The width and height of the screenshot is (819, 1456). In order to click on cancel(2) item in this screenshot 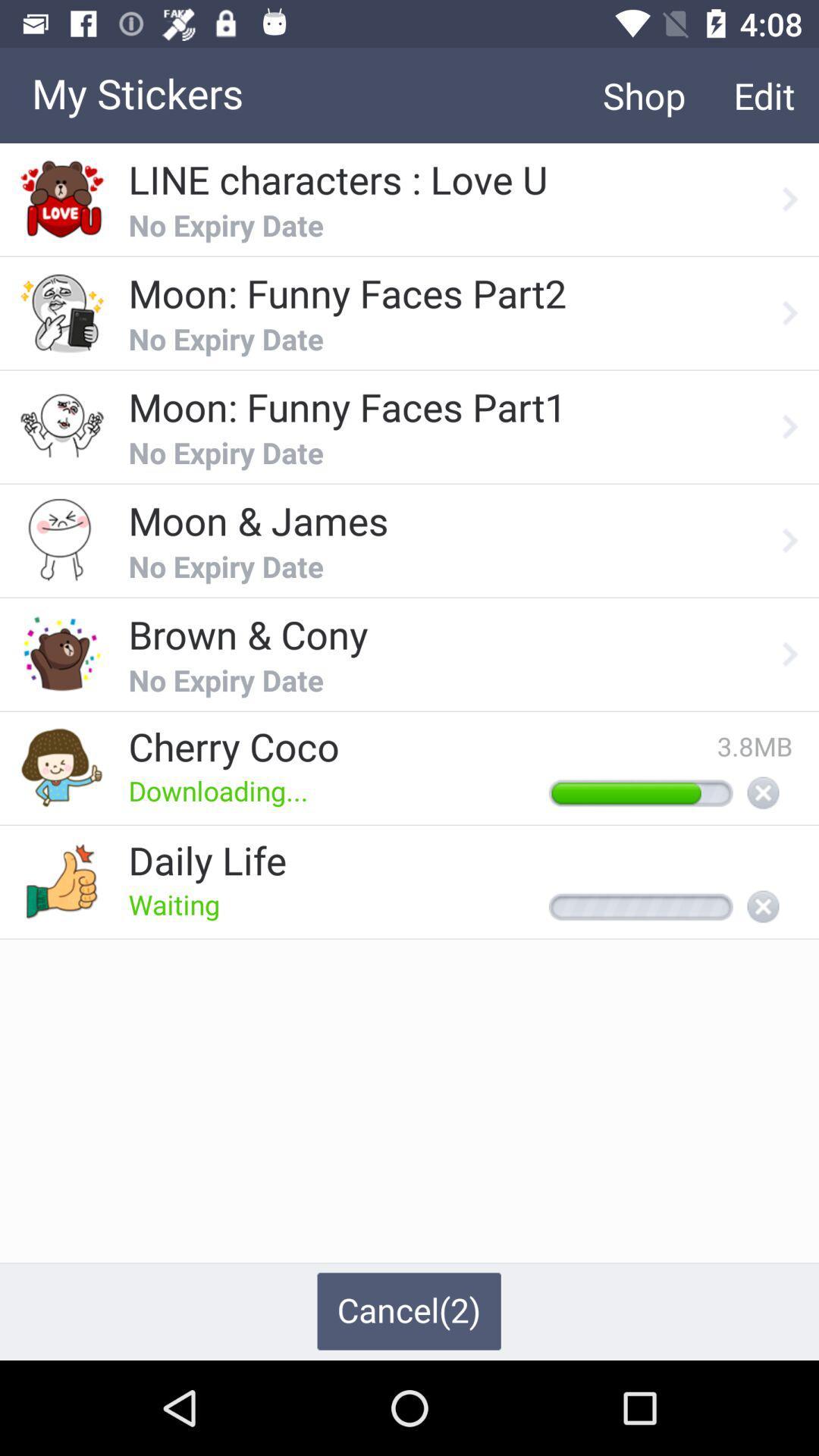, I will do `click(408, 1310)`.